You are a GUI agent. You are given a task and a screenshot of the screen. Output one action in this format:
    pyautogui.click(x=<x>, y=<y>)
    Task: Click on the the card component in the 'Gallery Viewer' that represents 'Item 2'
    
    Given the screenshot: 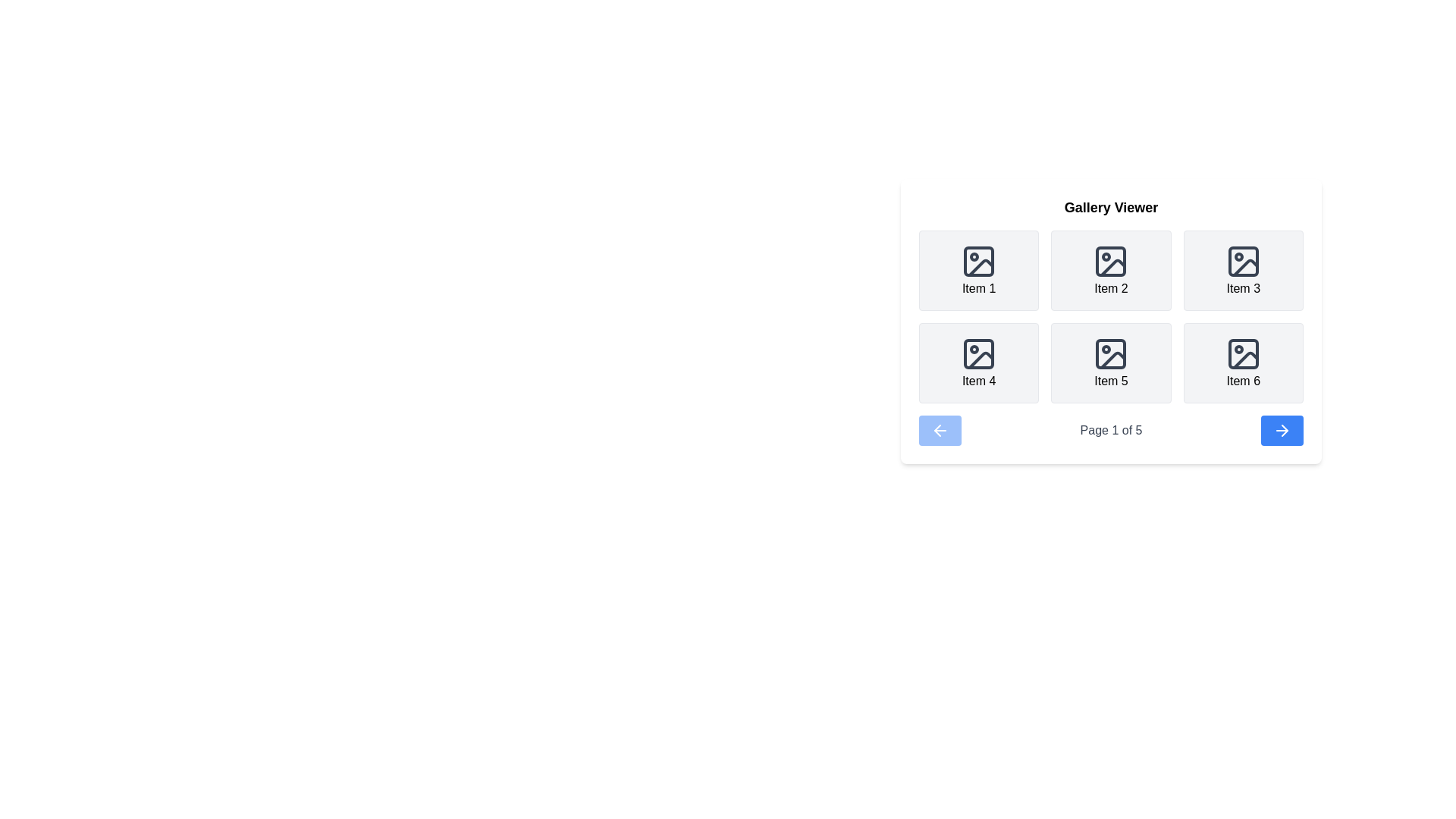 What is the action you would take?
    pyautogui.click(x=1111, y=270)
    